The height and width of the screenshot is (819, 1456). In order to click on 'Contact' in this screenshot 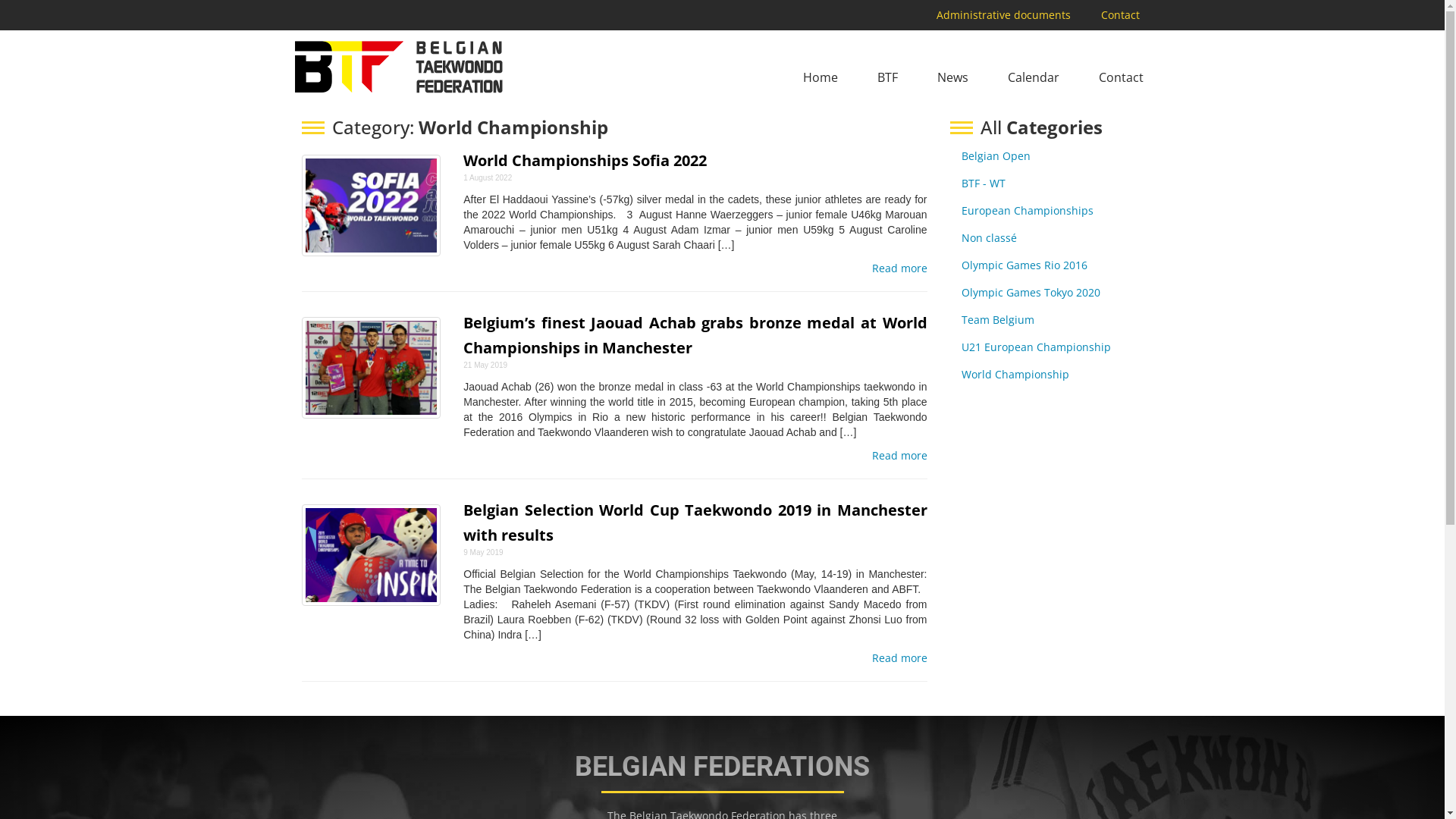, I will do `click(1119, 14)`.